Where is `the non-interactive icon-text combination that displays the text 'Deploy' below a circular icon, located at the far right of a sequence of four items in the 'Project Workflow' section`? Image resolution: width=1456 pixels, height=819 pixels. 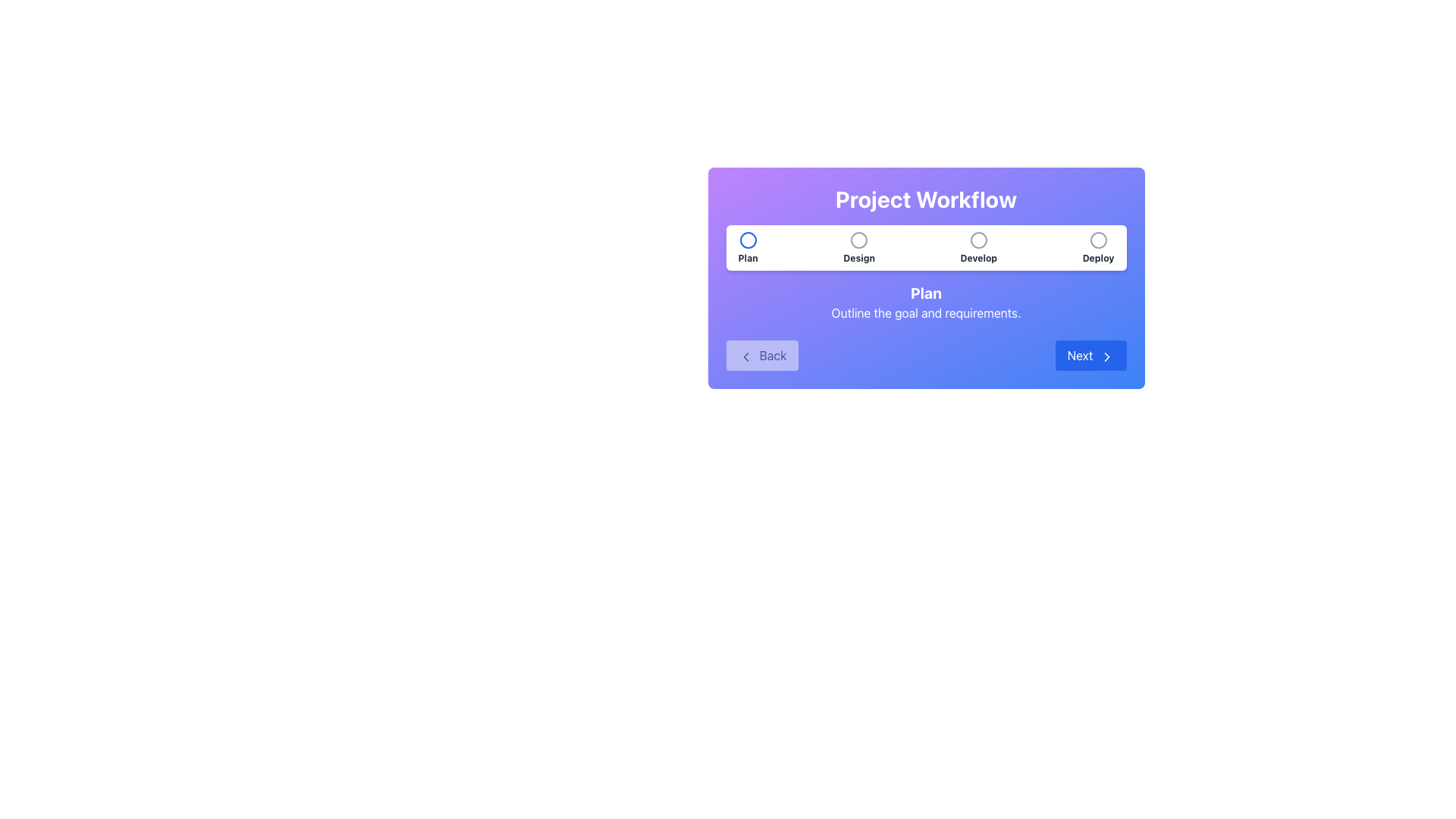 the non-interactive icon-text combination that displays the text 'Deploy' below a circular icon, located at the far right of a sequence of four items in the 'Project Workflow' section is located at coordinates (1098, 247).